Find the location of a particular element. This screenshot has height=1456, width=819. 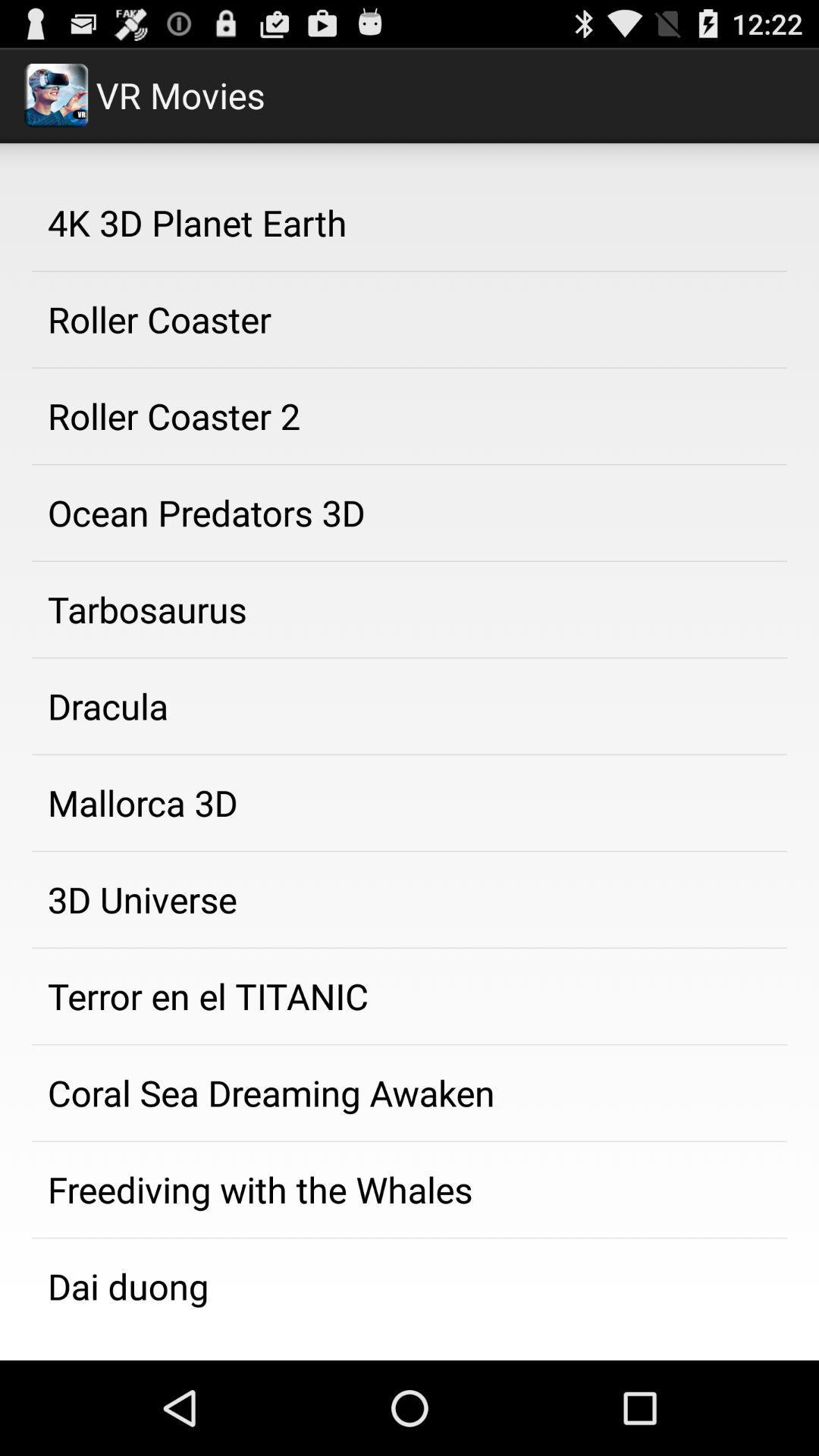

dai duong icon is located at coordinates (409, 1282).